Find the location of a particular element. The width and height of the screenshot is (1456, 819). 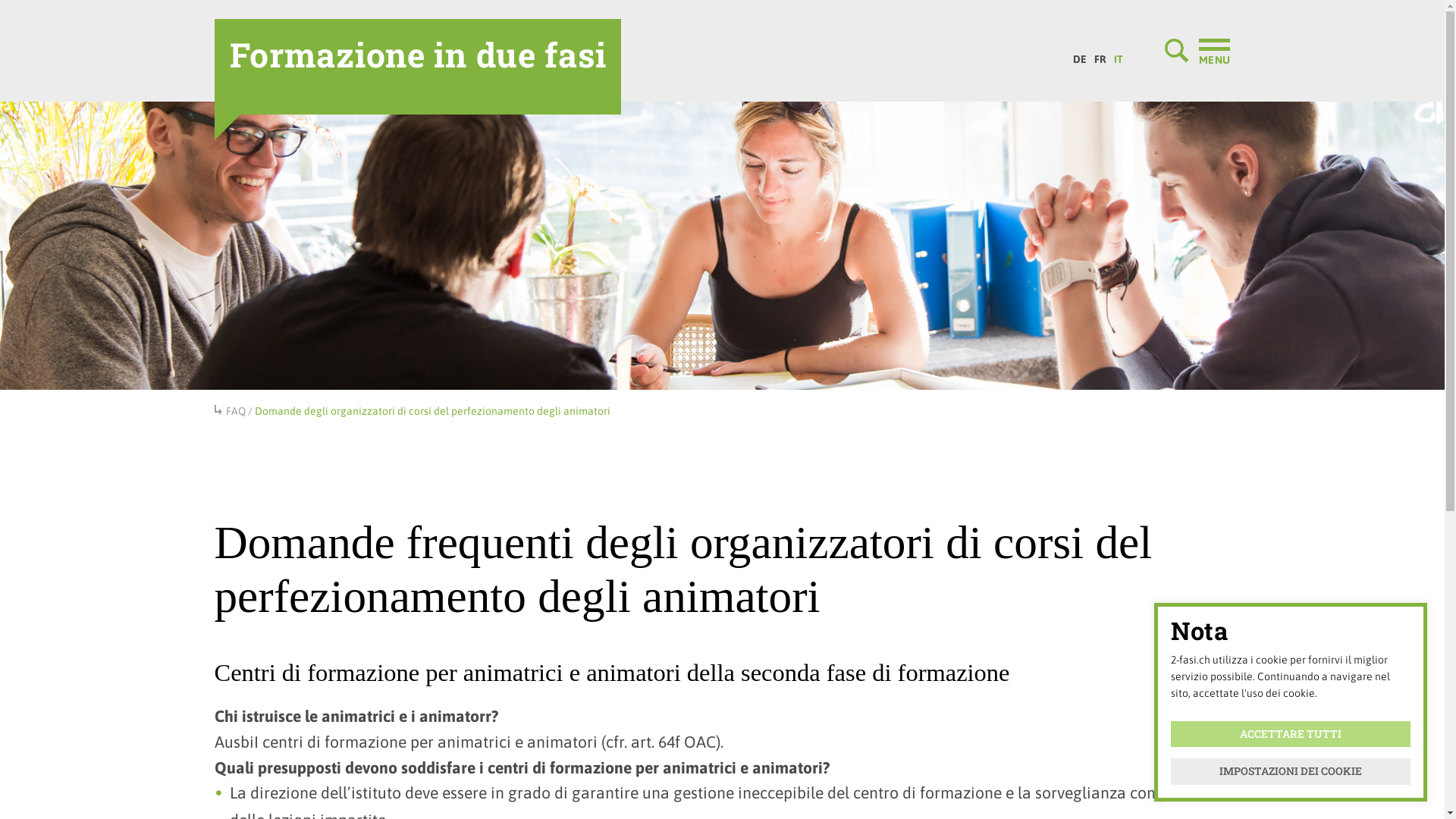

'Formazione in is located at coordinates (417, 66).